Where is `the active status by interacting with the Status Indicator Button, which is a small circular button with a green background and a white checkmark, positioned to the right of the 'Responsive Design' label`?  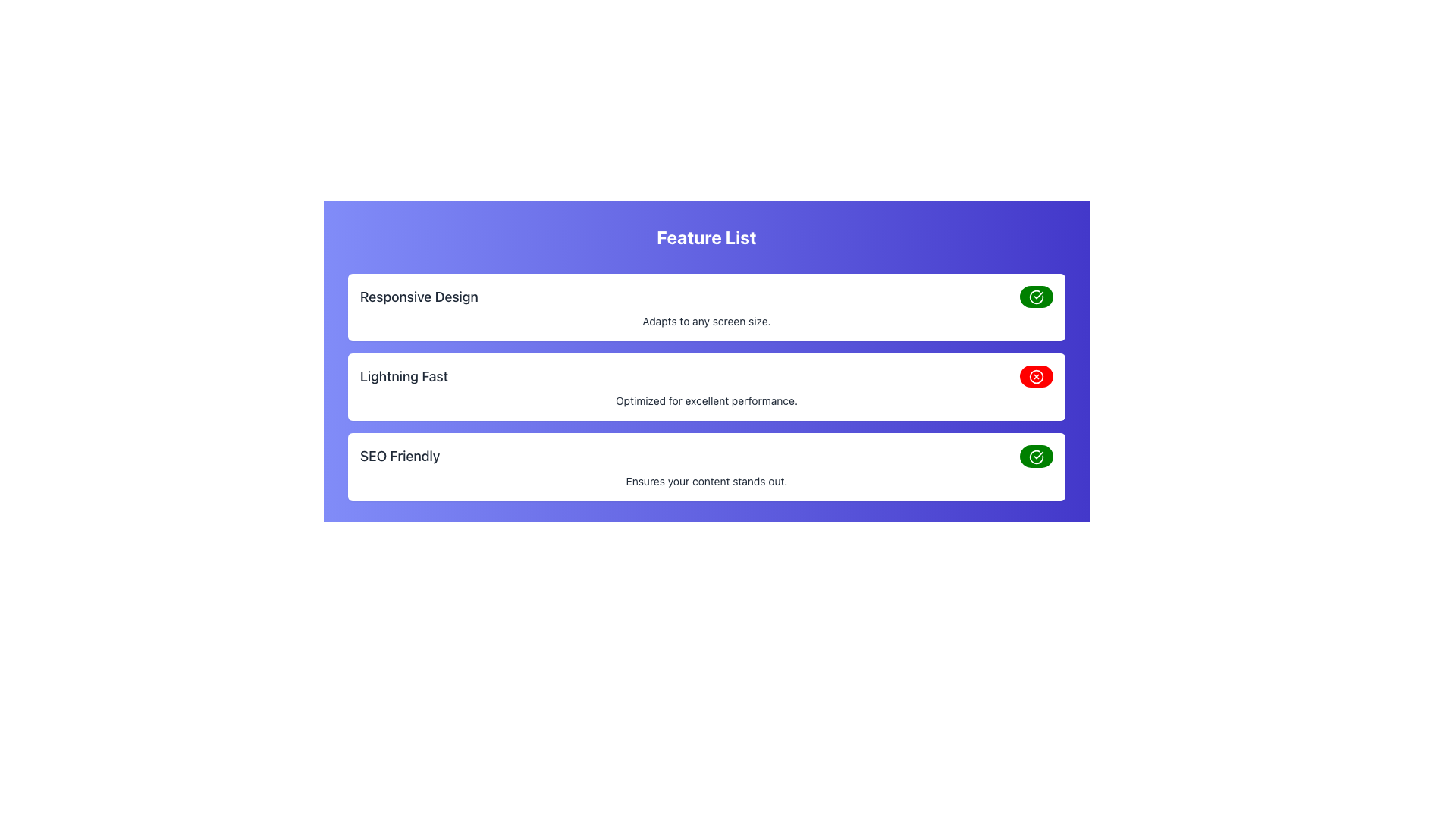 the active status by interacting with the Status Indicator Button, which is a small circular button with a green background and a white checkmark, positioned to the right of the 'Responsive Design' label is located at coordinates (1036, 296).